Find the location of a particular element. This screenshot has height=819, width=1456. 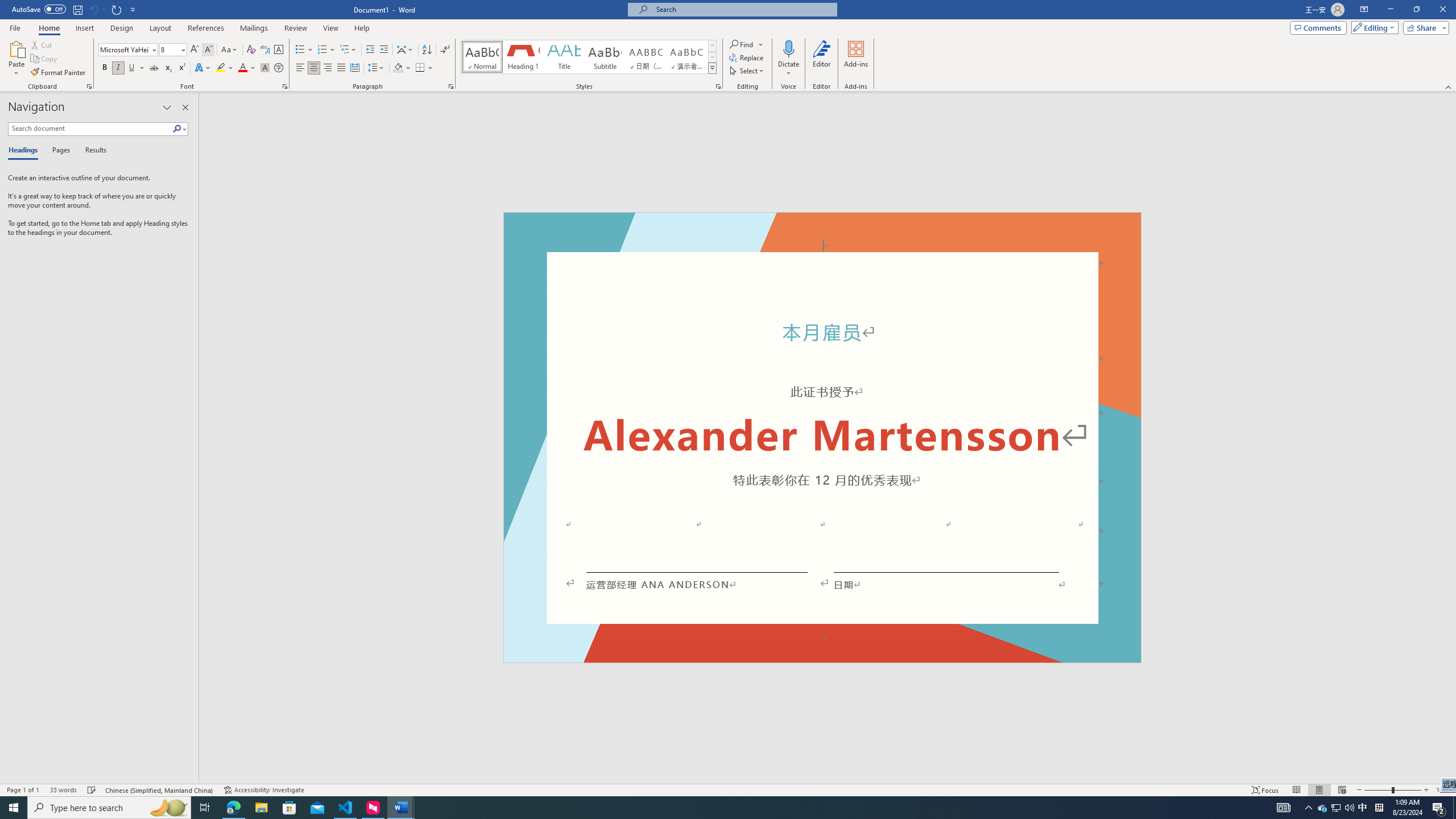

'More Options' is located at coordinates (788, 68).